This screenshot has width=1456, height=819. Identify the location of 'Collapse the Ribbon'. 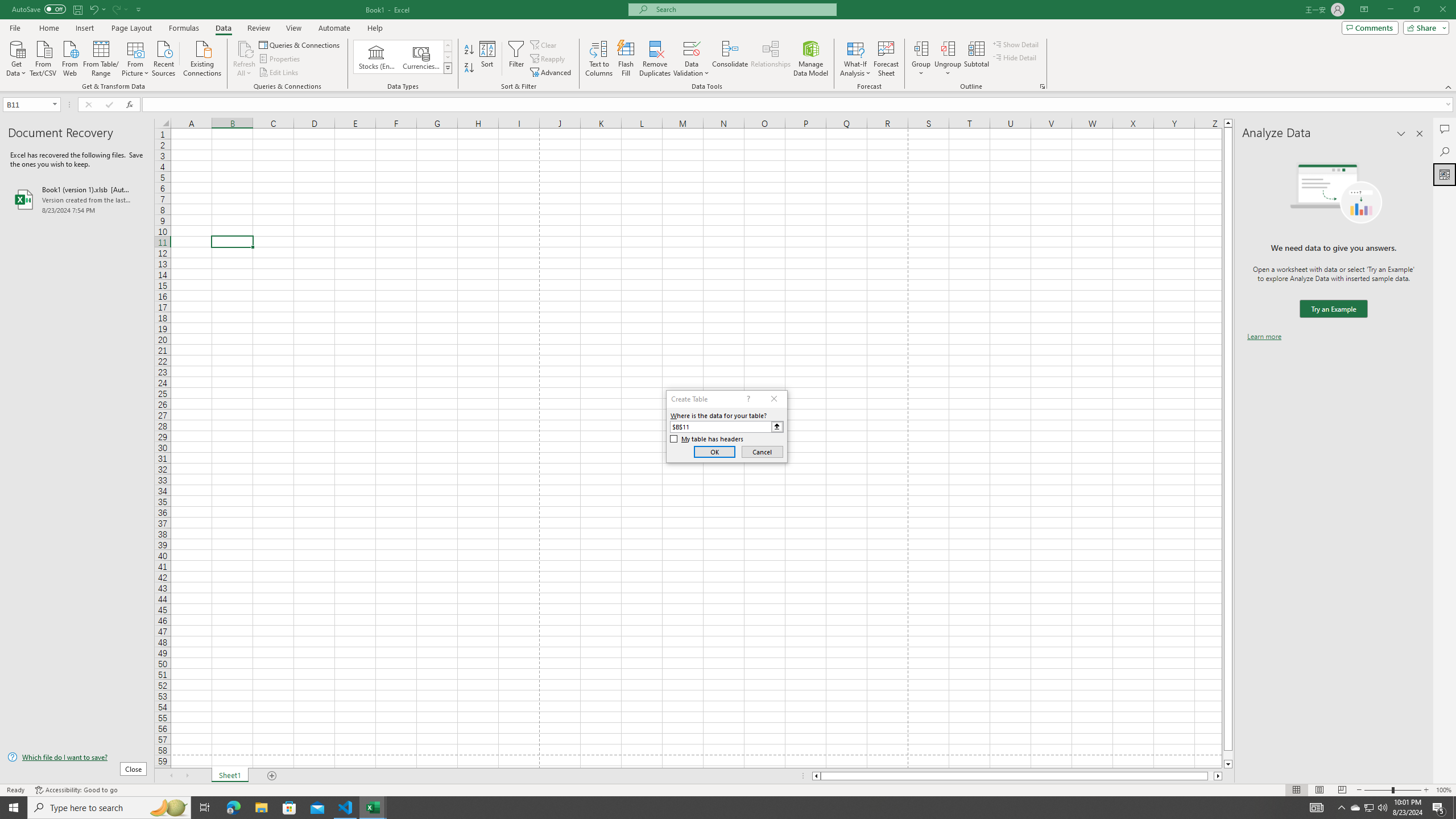
(1449, 87).